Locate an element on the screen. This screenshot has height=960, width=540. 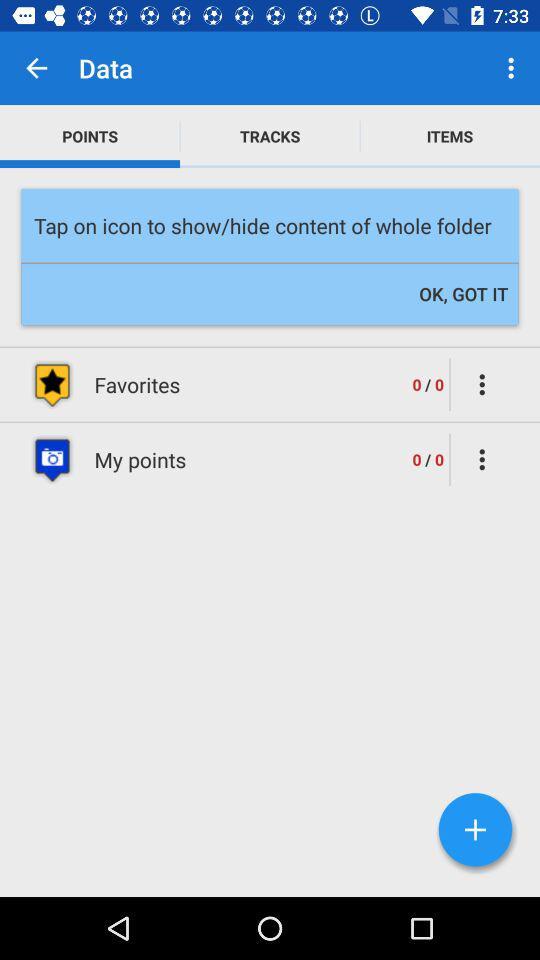
icon below points is located at coordinates (270, 225).